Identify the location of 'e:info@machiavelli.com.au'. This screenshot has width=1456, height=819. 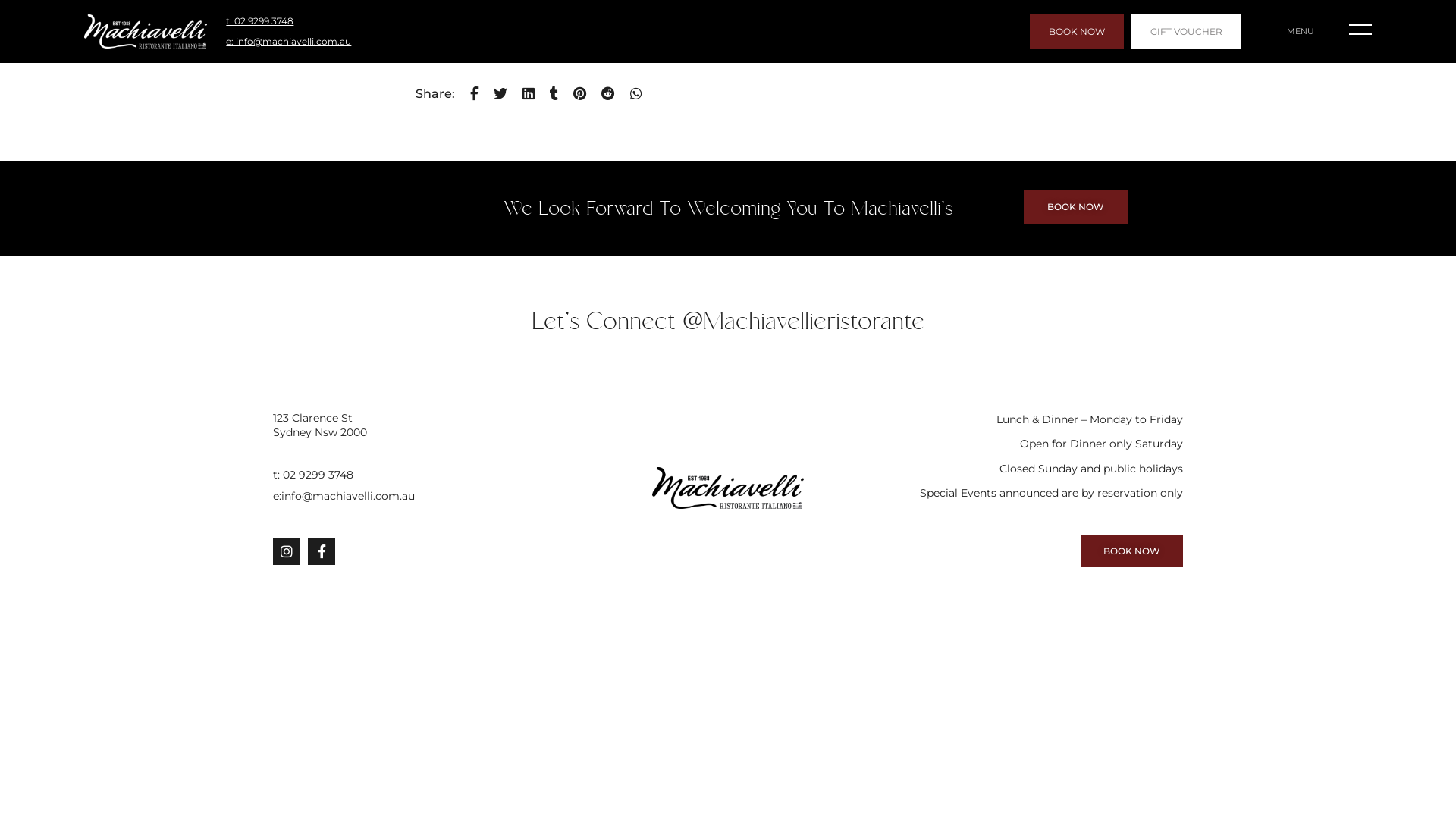
(419, 496).